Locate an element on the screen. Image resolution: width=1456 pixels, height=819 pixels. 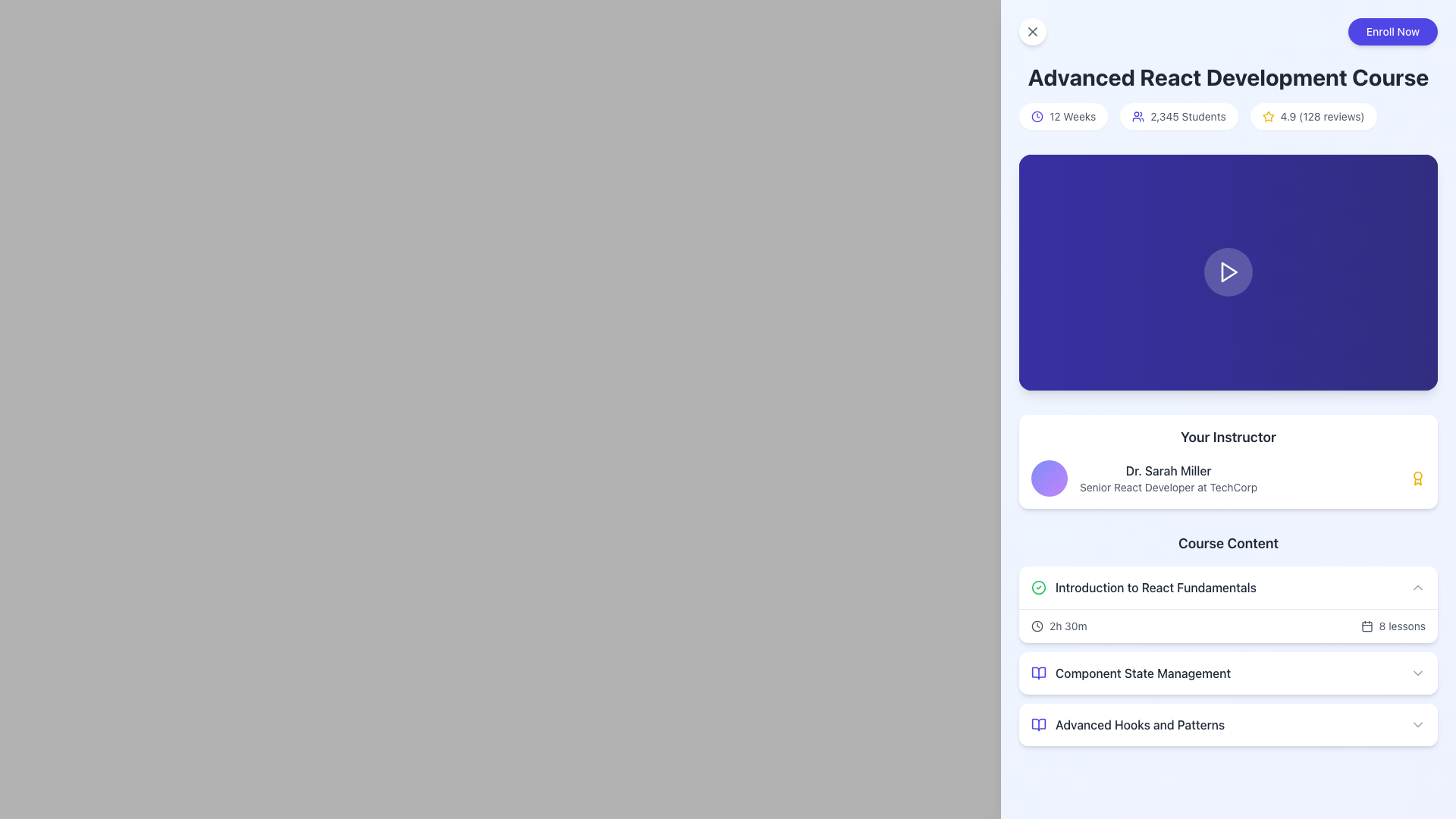
the open book icon with a thin indigo blue outline, located next to the 'Advanced Hooks and Patterns' text in the 'Course Content' section is located at coordinates (1037, 723).